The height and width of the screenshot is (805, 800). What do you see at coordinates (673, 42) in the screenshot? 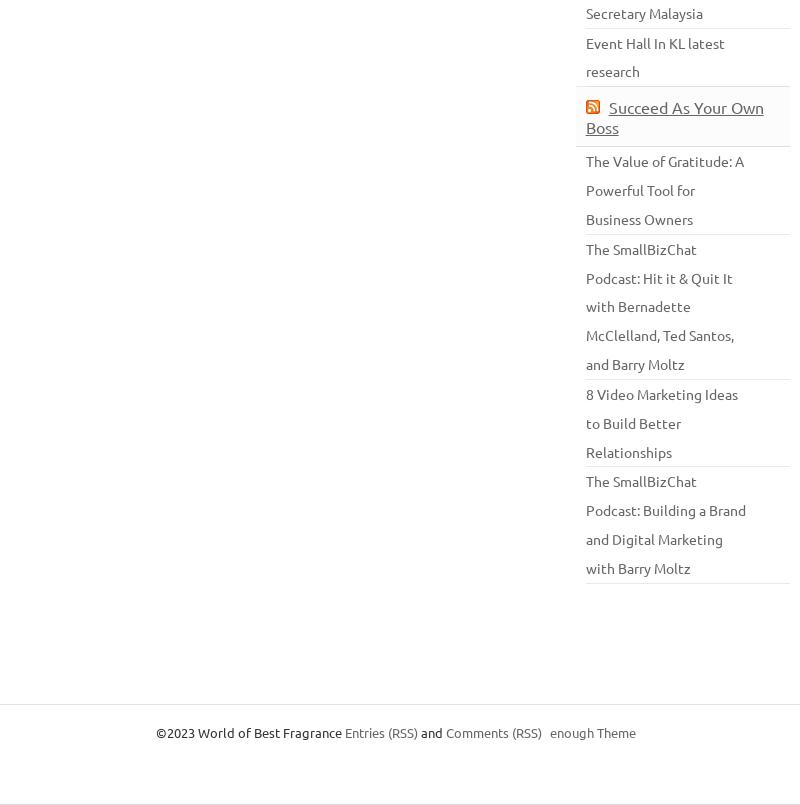
I see `'K'` at bounding box center [673, 42].